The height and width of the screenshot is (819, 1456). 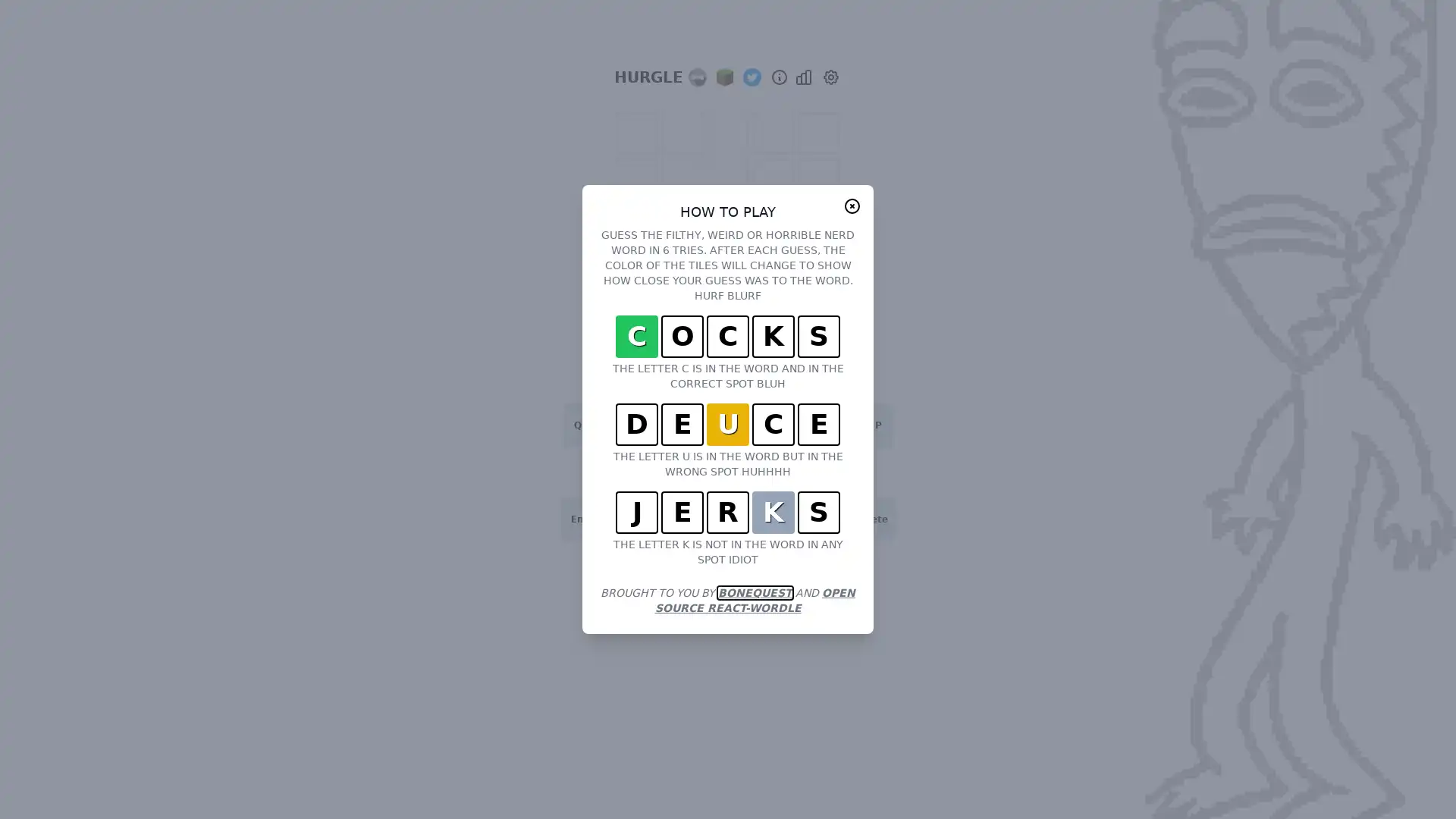 What do you see at coordinates (728, 519) in the screenshot?
I see `V` at bounding box center [728, 519].